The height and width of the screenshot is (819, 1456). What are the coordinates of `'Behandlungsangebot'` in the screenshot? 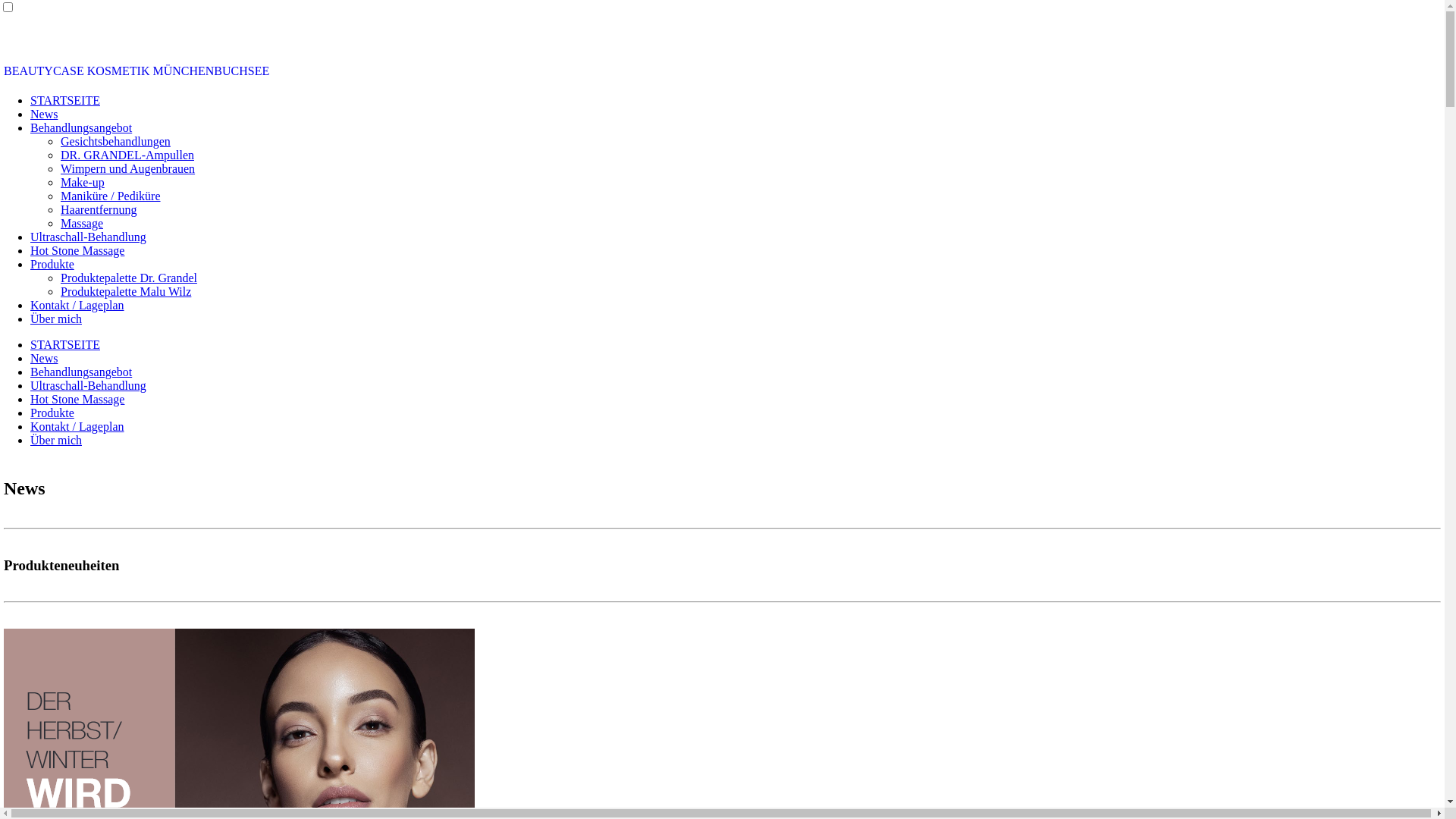 It's located at (30, 127).